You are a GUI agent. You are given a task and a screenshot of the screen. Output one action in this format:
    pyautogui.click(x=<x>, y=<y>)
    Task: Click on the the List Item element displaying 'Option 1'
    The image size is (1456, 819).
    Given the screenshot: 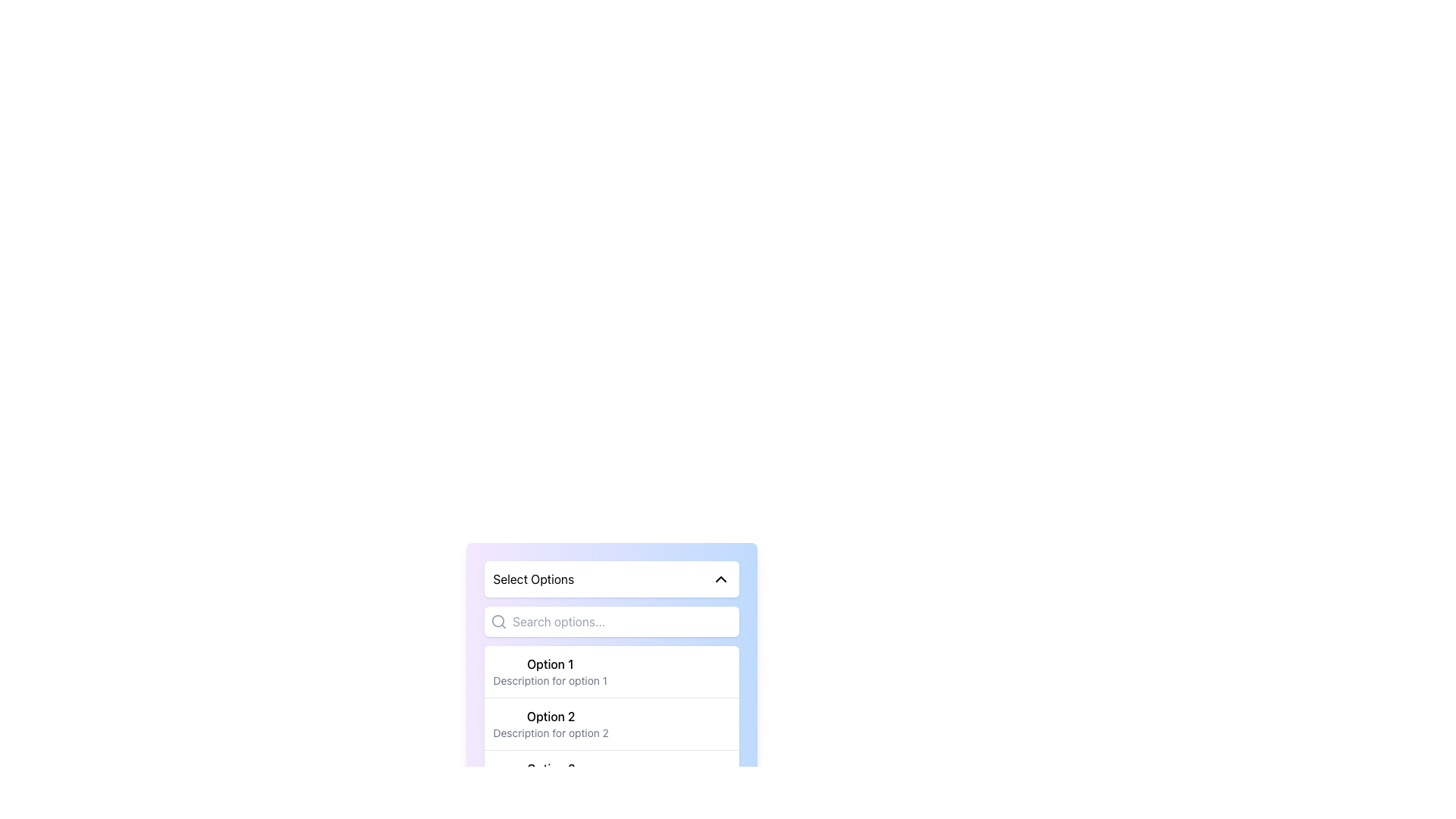 What is the action you would take?
    pyautogui.click(x=611, y=671)
    